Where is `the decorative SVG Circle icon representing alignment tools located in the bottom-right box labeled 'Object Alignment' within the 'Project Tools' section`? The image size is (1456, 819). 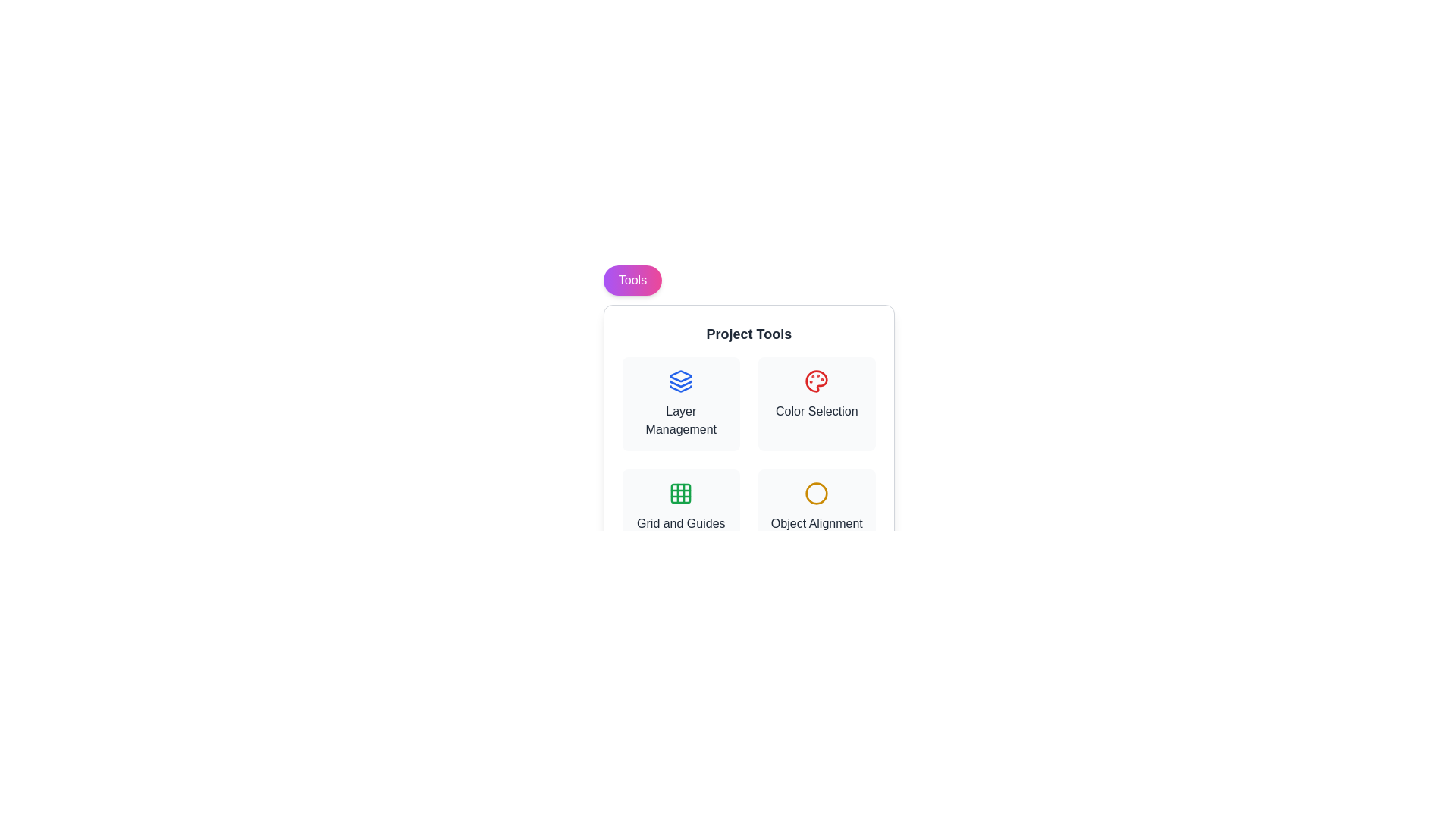 the decorative SVG Circle icon representing alignment tools located in the bottom-right box labeled 'Object Alignment' within the 'Project Tools' section is located at coordinates (816, 494).